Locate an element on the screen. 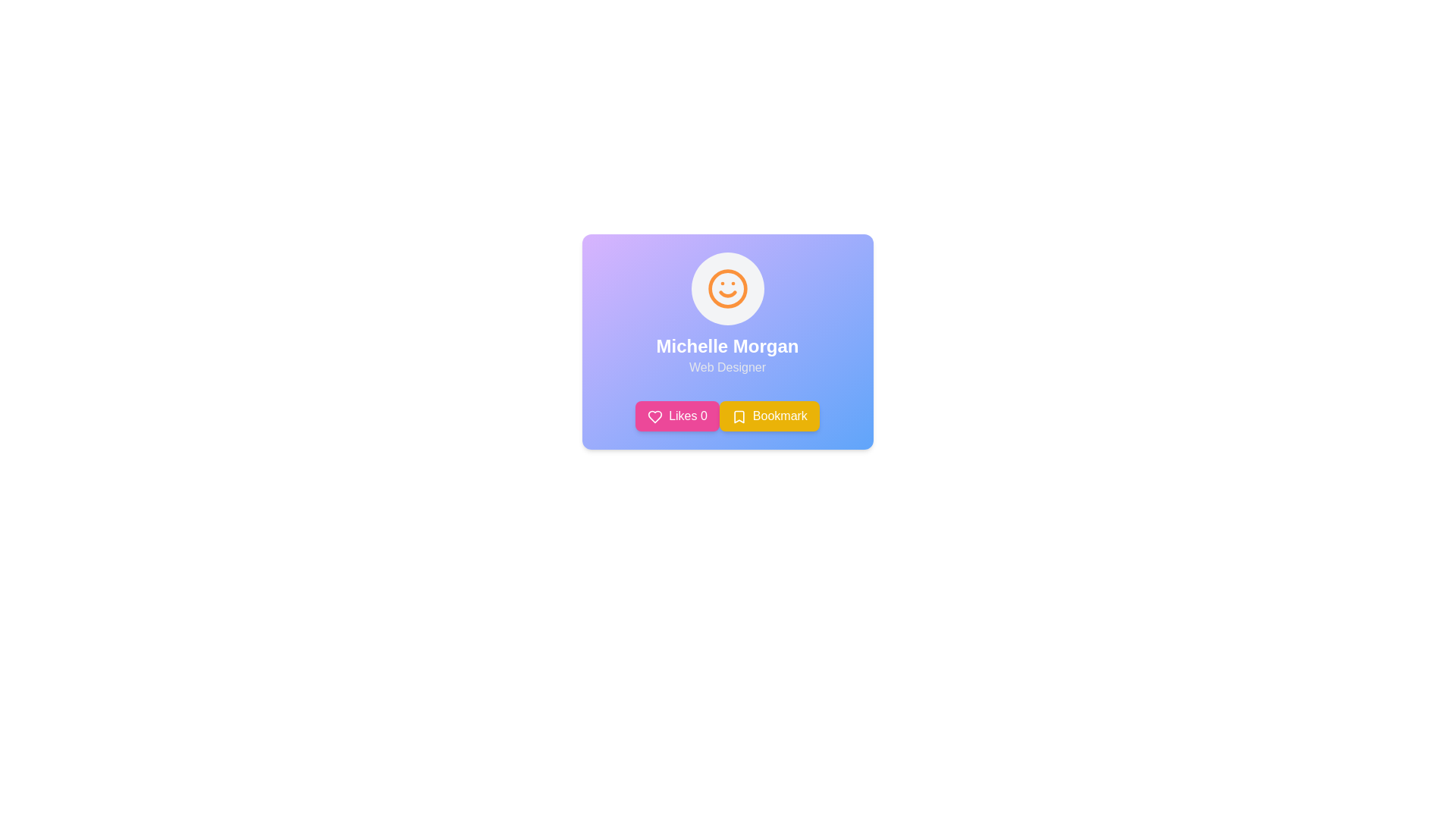 This screenshot has height=819, width=1456. the smiley icon in the user profile card, which is centered within a gray circular background, located above the name 'Michelle Morgan' and the role 'Web Designer' is located at coordinates (726, 289).